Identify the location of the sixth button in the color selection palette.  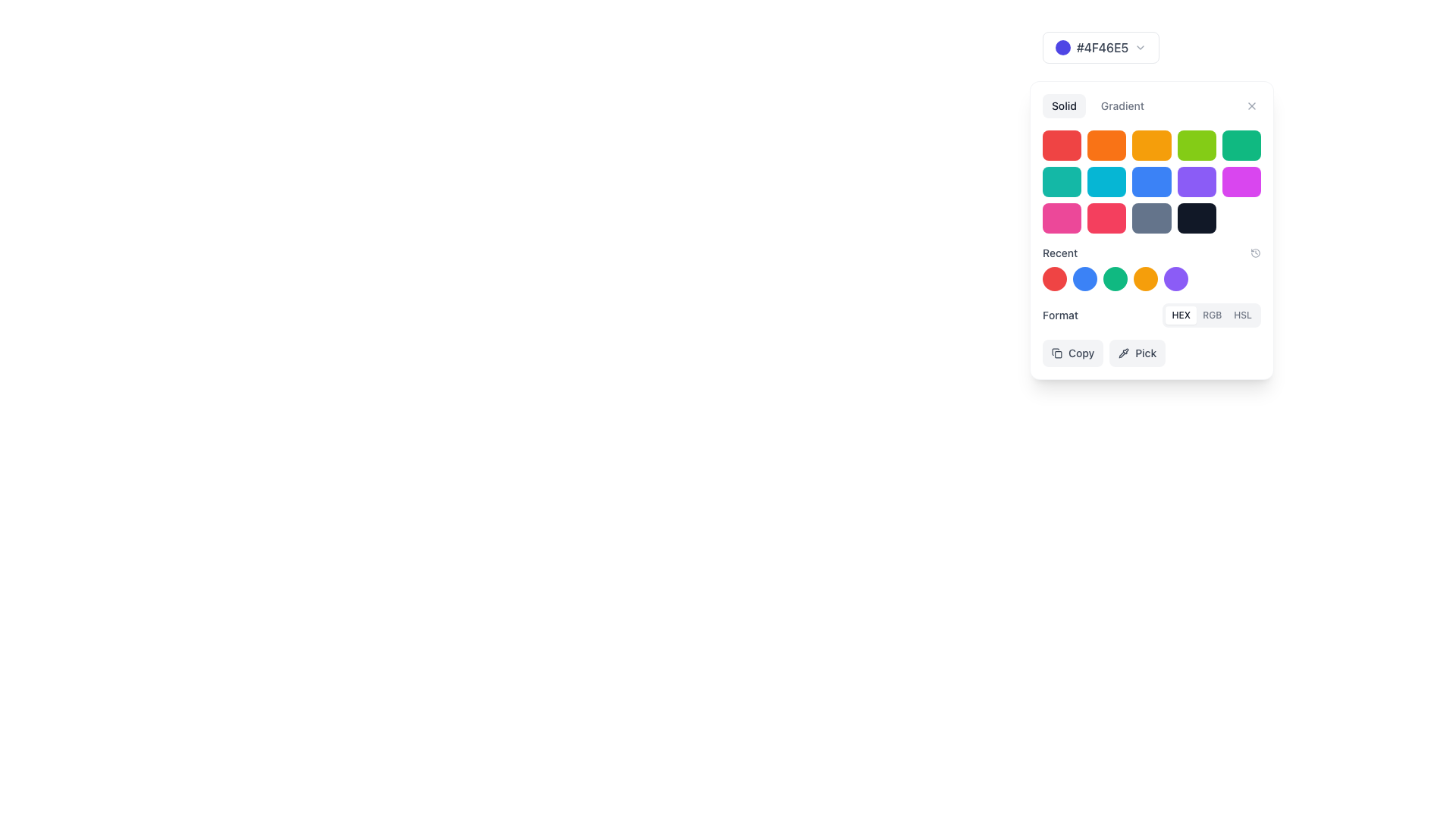
(1061, 180).